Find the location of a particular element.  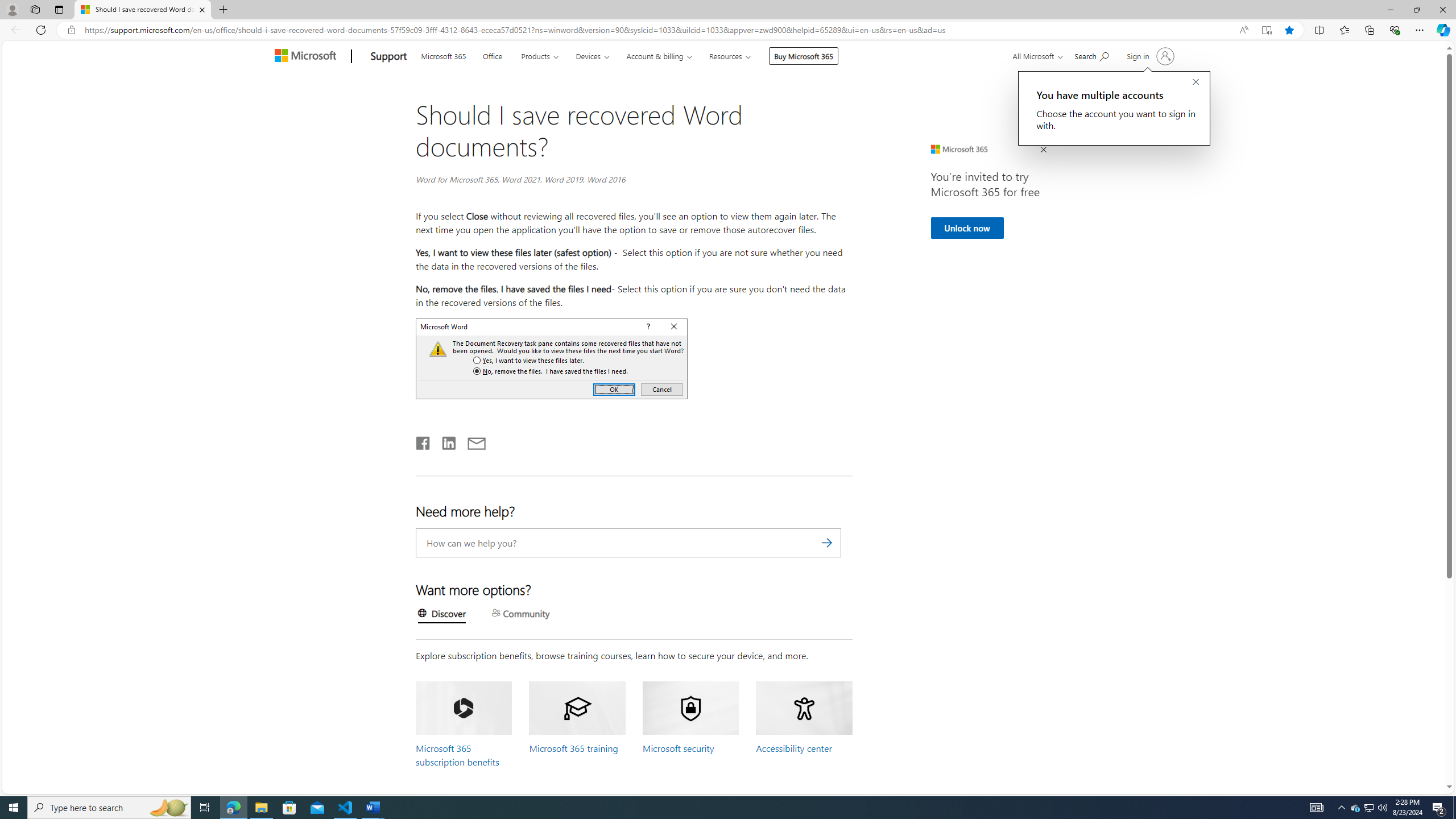

'Should I save recovered Word documents? - Microsoft Support' is located at coordinates (142, 9).